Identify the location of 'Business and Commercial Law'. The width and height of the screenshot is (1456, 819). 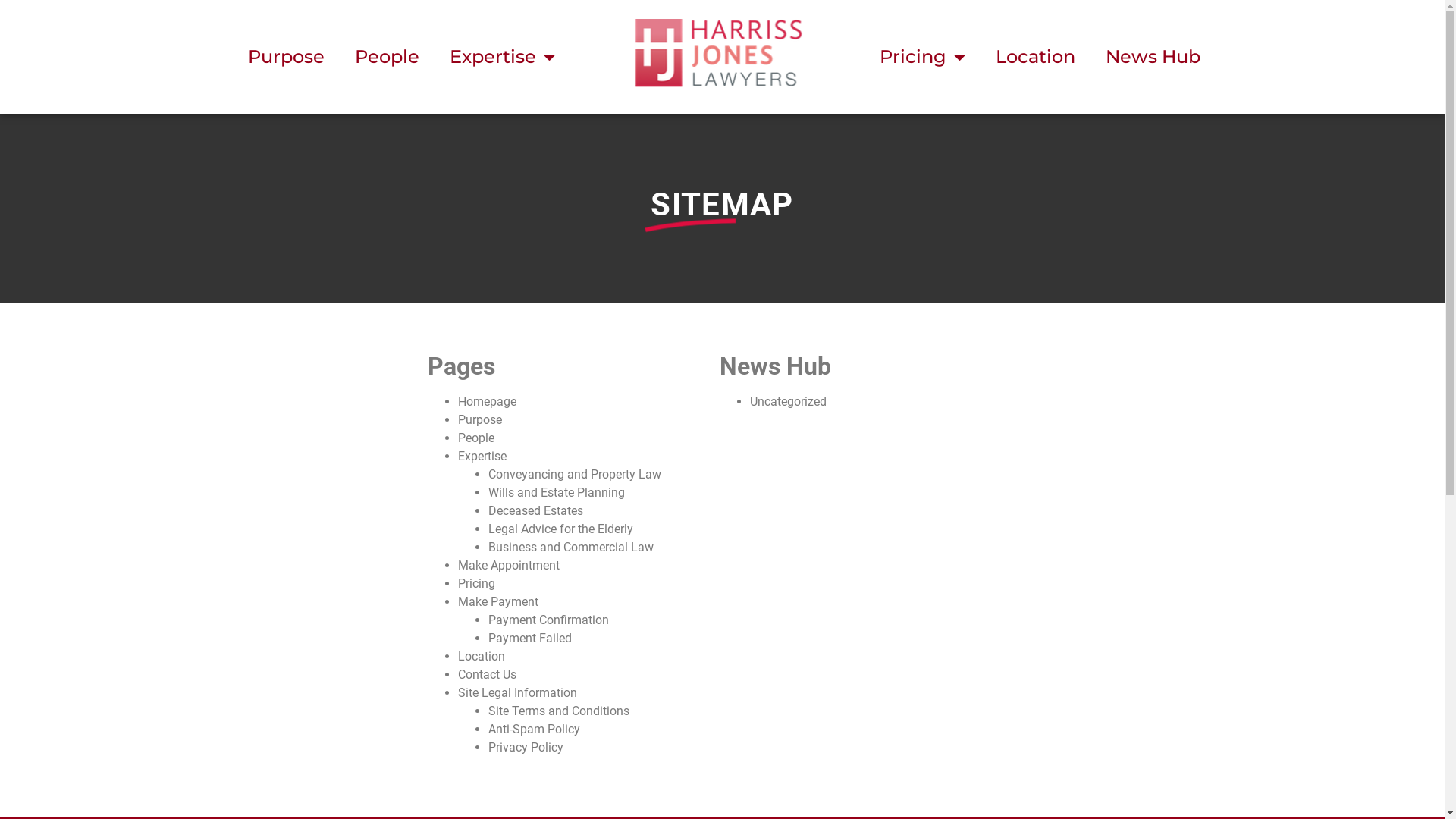
(570, 547).